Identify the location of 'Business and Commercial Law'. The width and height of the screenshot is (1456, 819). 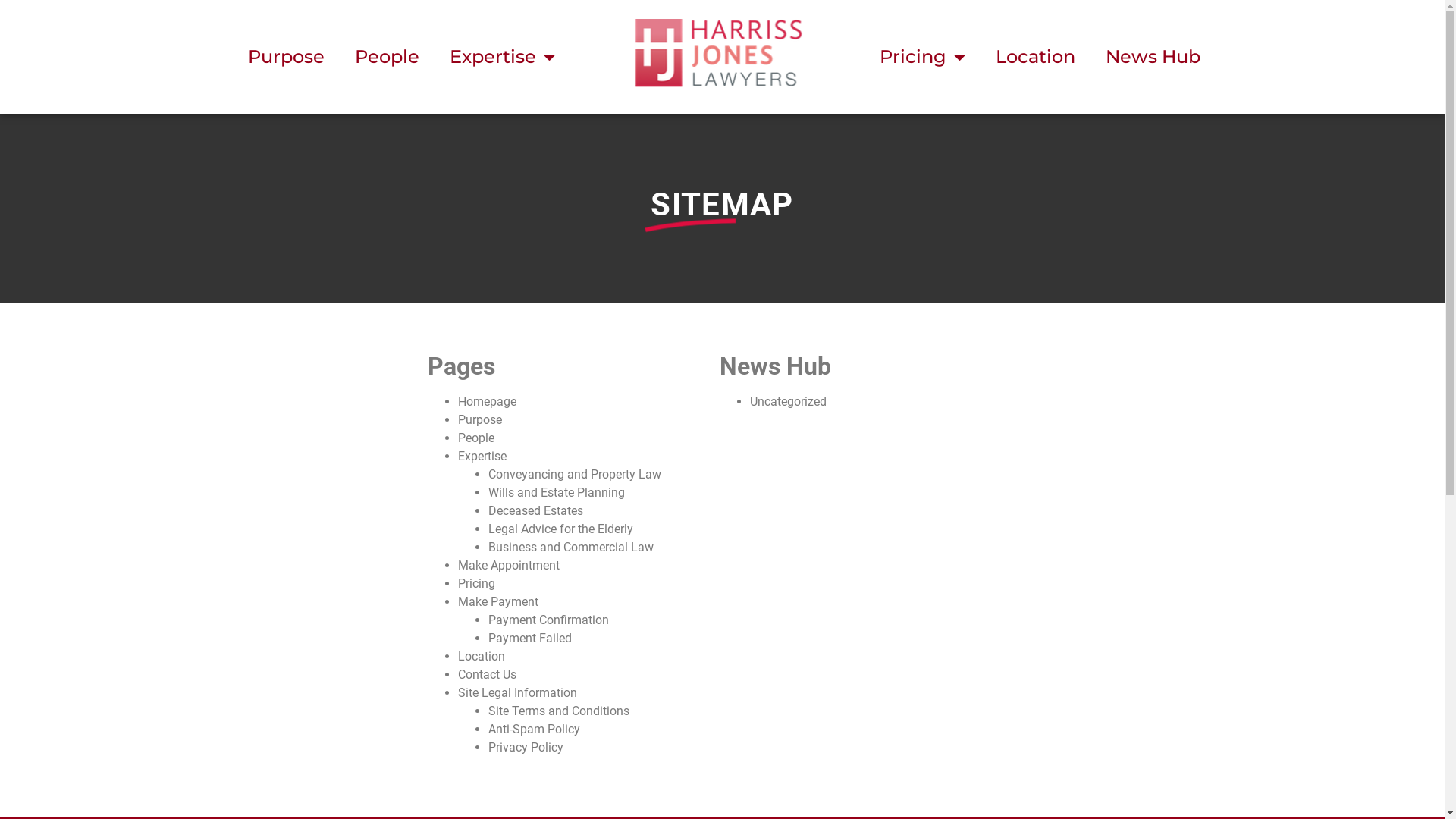
(570, 547).